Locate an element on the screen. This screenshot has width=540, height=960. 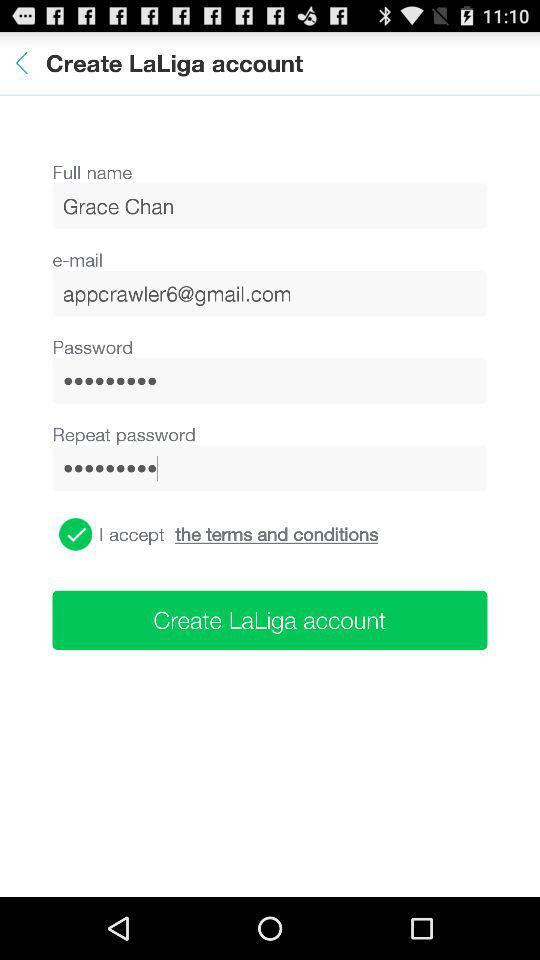
accepts terms is located at coordinates (74, 533).